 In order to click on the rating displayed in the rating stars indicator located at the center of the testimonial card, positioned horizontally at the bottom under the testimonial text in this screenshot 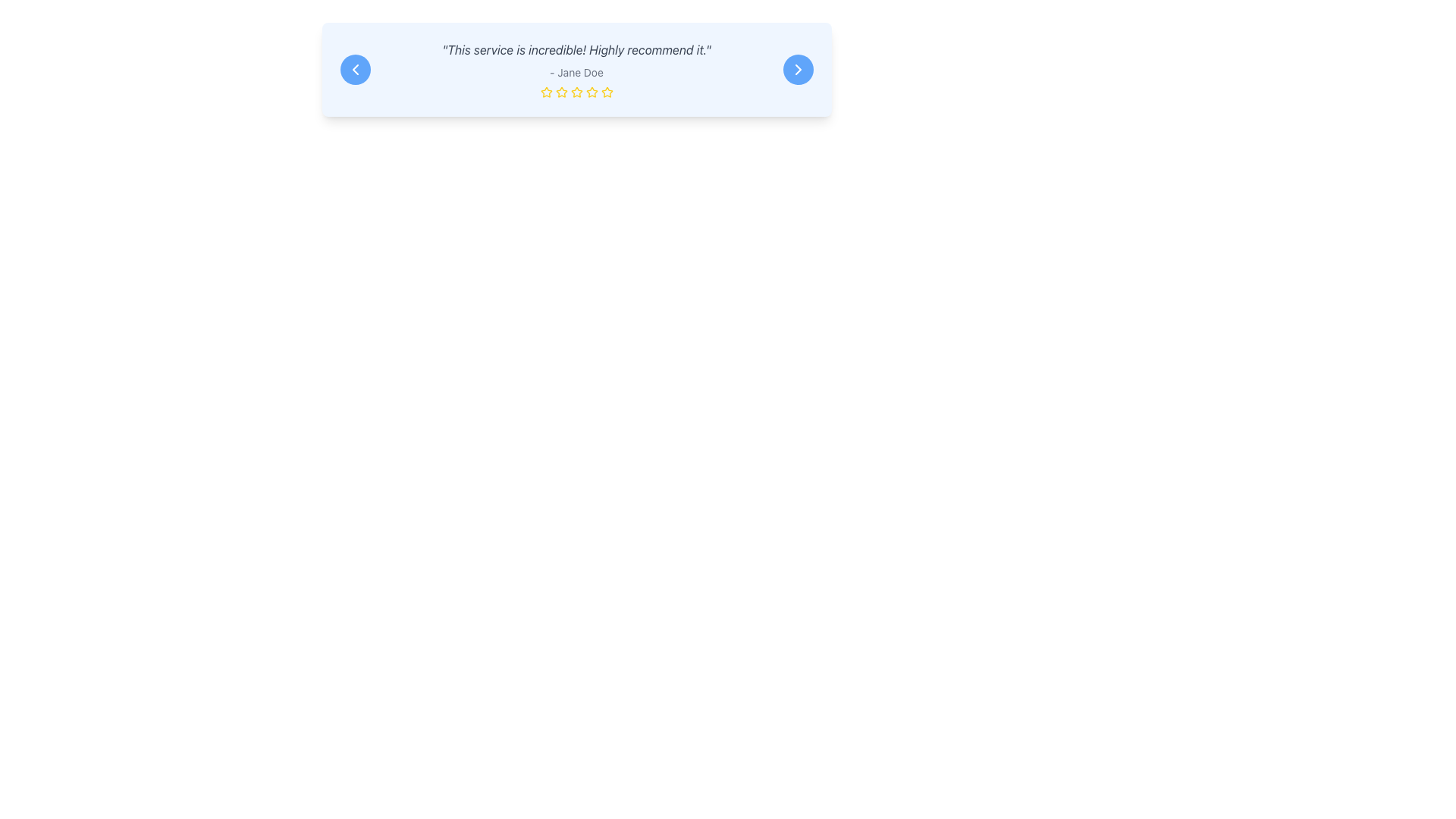, I will do `click(576, 93)`.